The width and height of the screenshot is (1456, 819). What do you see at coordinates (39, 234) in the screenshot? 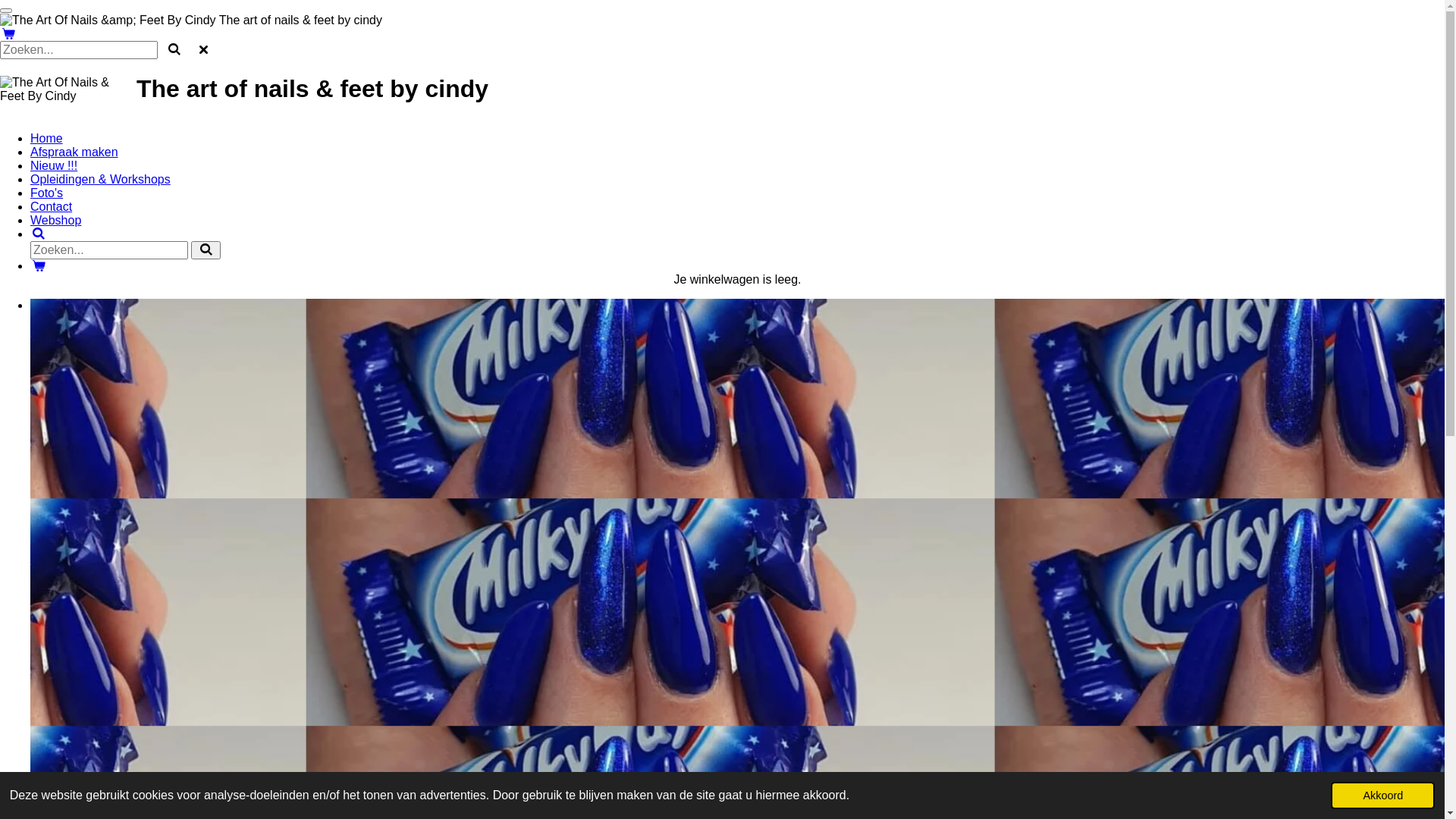
I see `'Zoeken'` at bounding box center [39, 234].